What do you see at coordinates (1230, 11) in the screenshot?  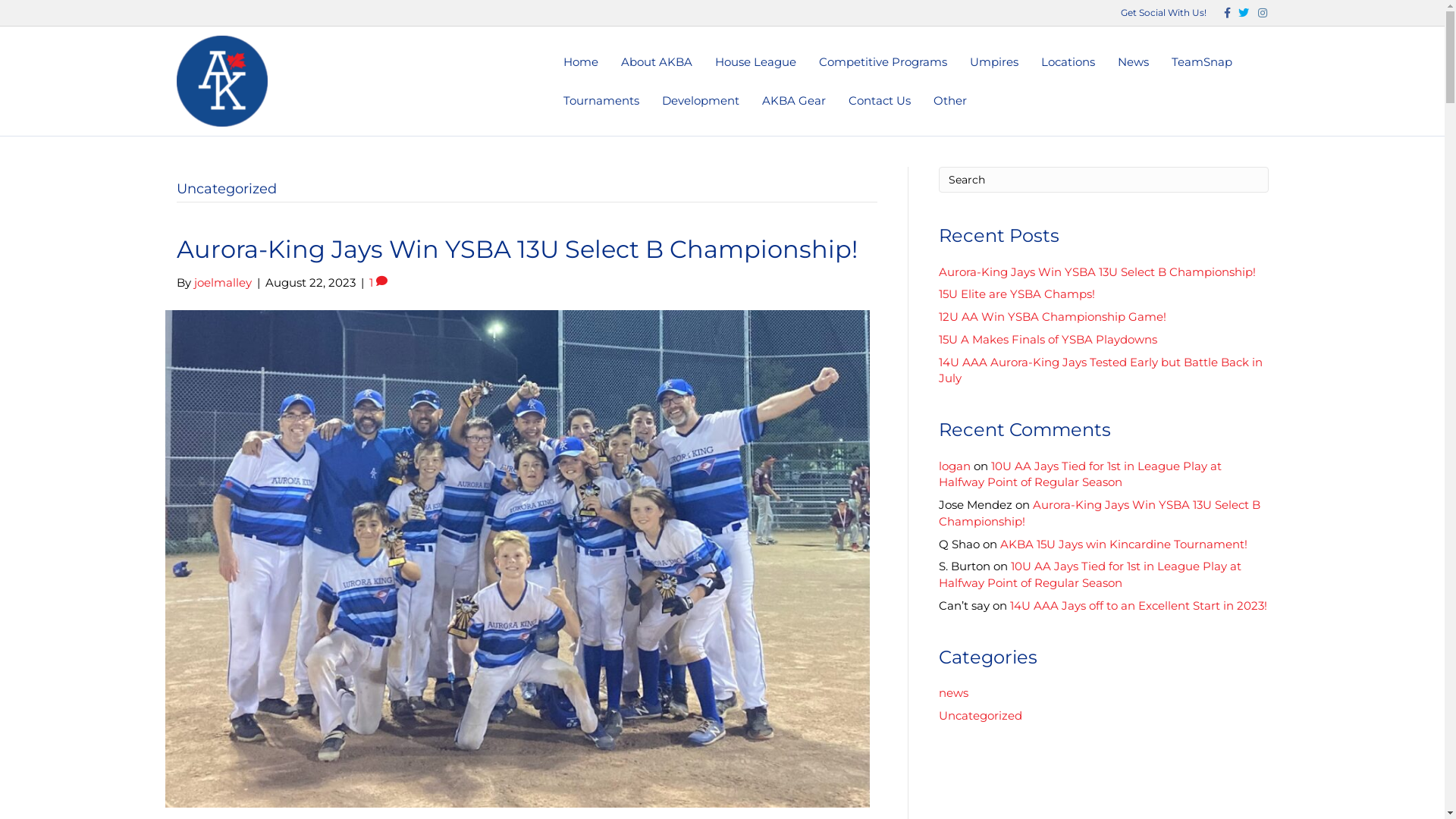 I see `'Twitter'` at bounding box center [1230, 11].